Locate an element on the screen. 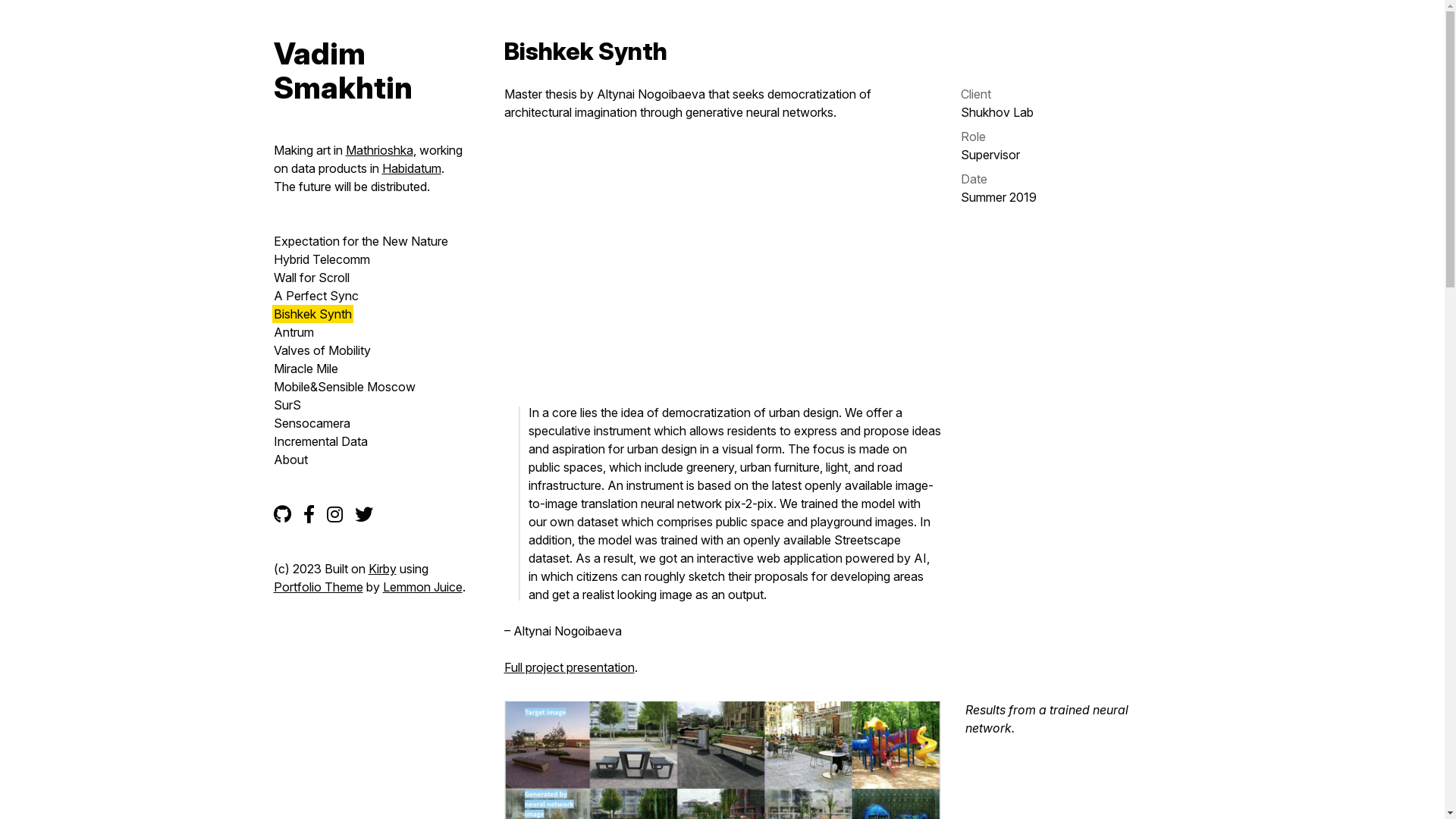  'Antrum' is located at coordinates (293, 331).